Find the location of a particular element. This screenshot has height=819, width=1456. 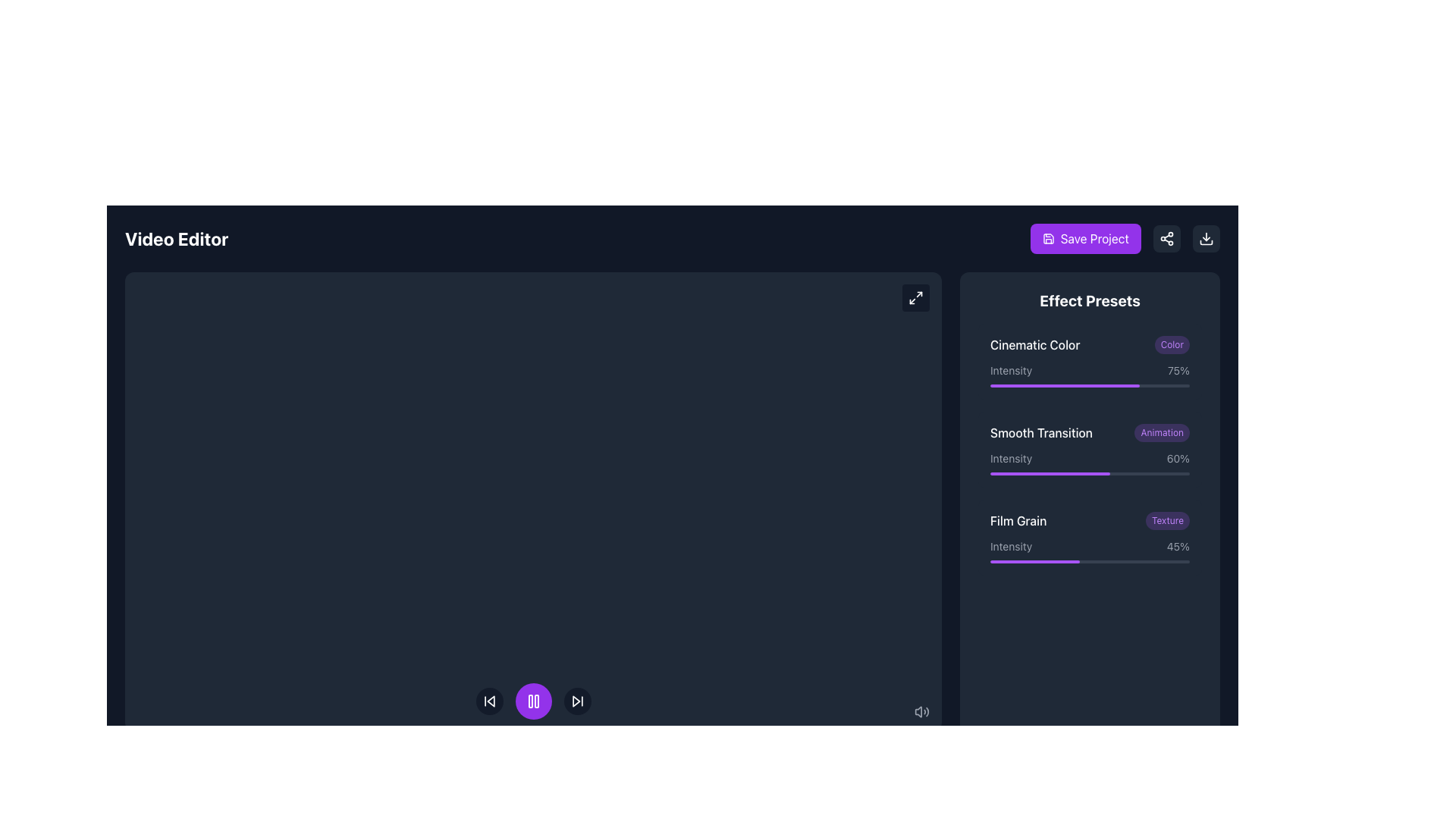

the intensity slider is located at coordinates (1006, 561).